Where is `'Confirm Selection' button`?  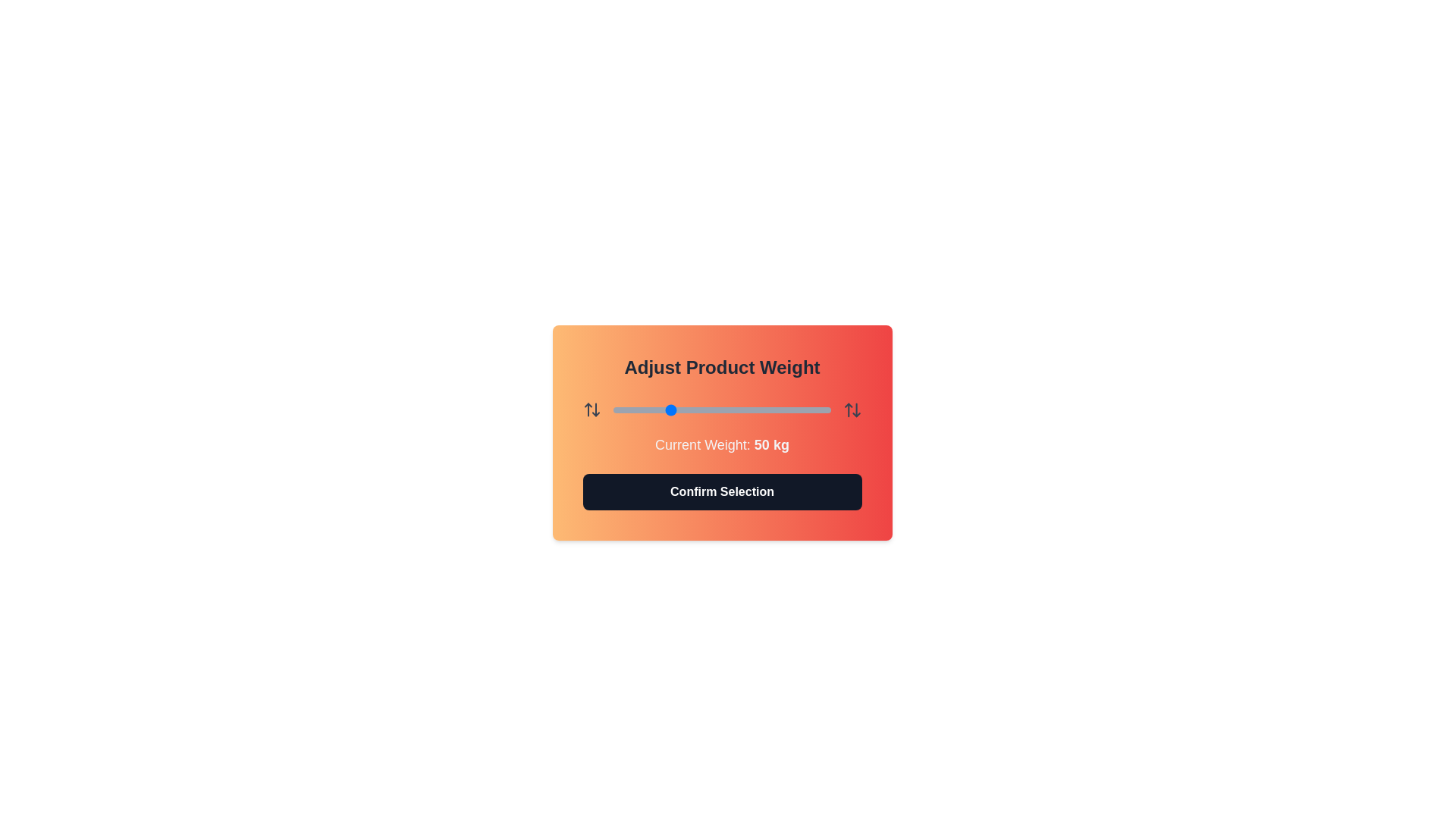 'Confirm Selection' button is located at coordinates (721, 491).